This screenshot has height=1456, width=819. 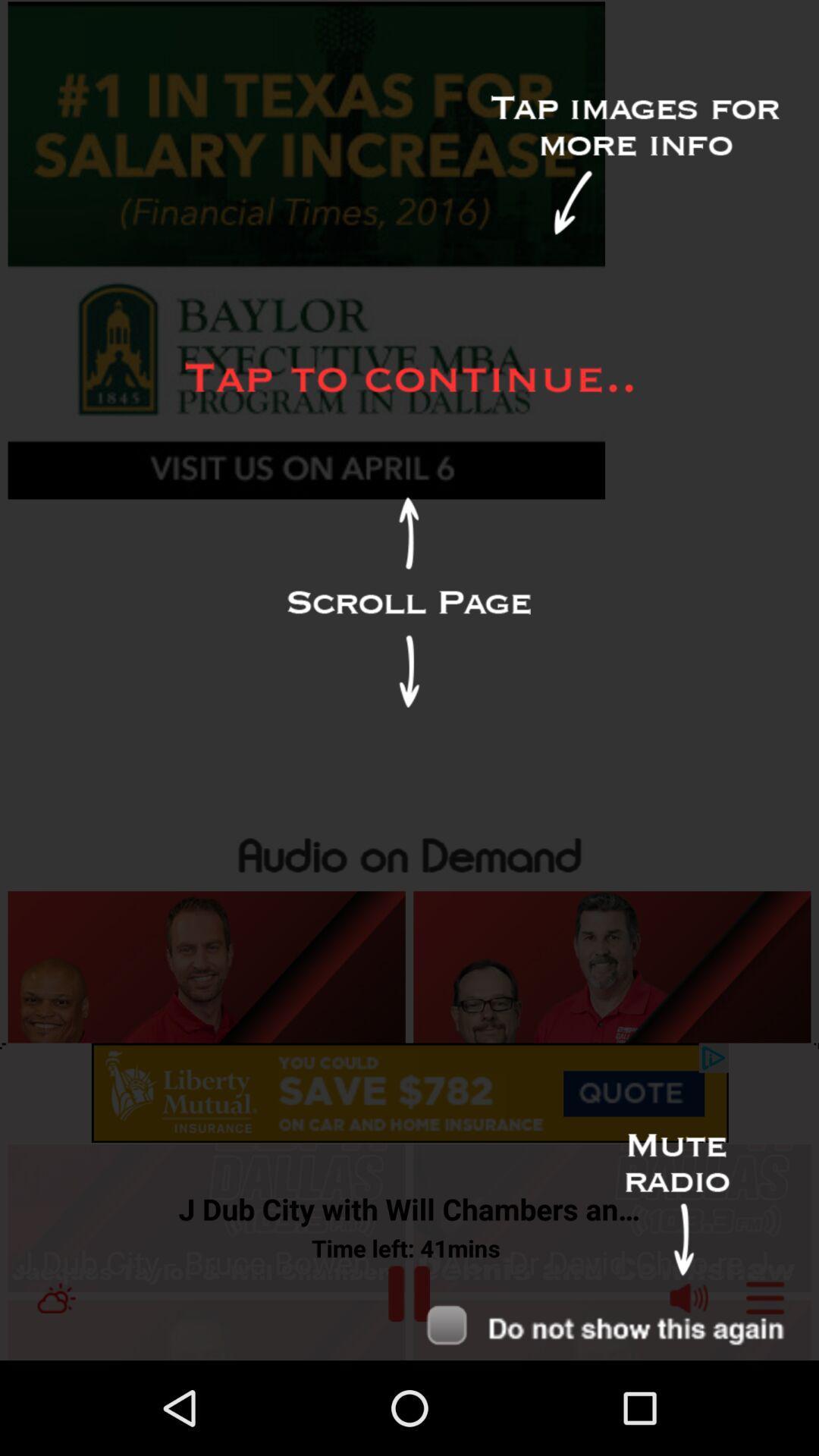 What do you see at coordinates (635, 165) in the screenshot?
I see `tap images for more info` at bounding box center [635, 165].